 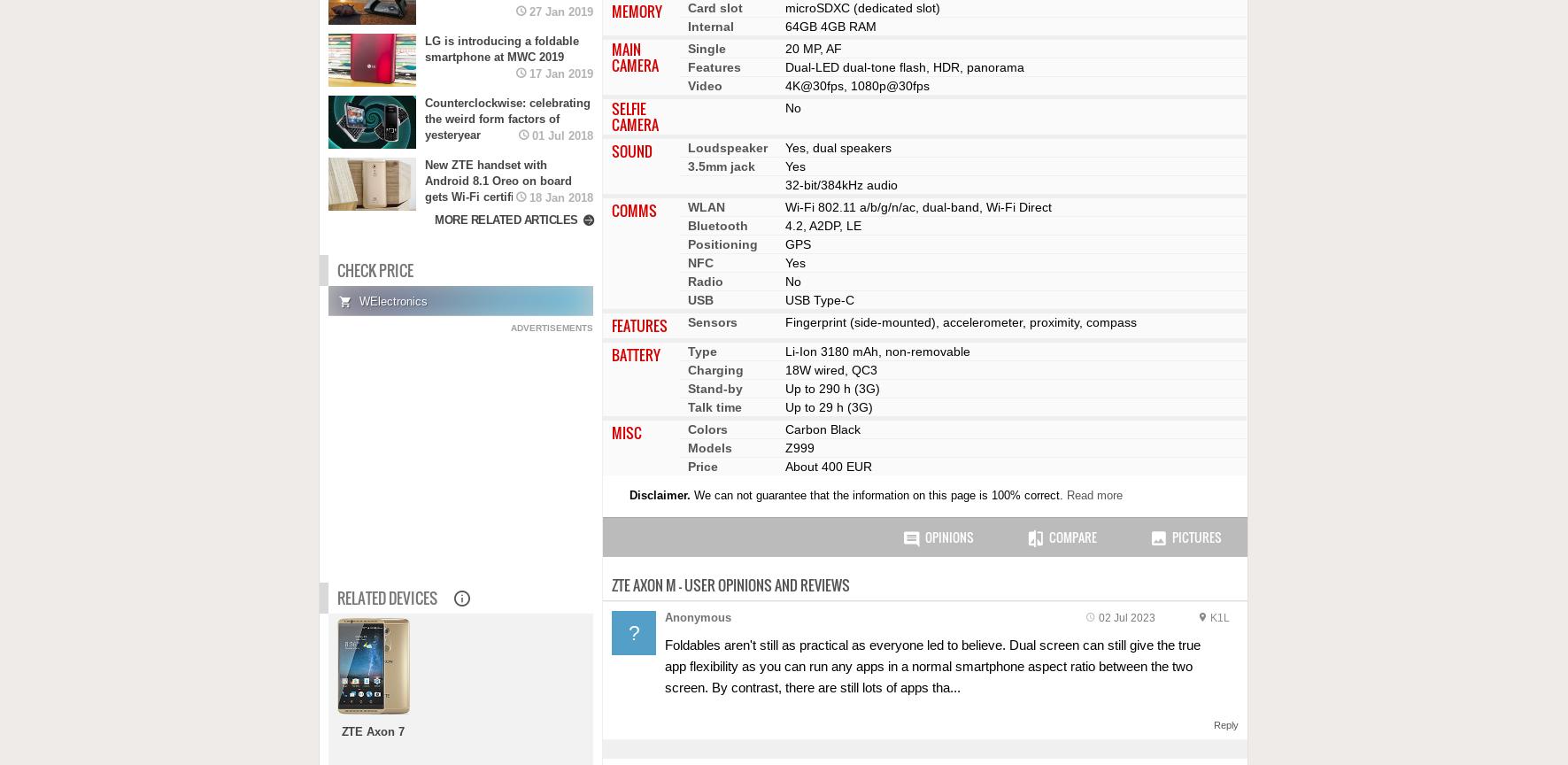 What do you see at coordinates (636, 353) in the screenshot?
I see `'Battery'` at bounding box center [636, 353].